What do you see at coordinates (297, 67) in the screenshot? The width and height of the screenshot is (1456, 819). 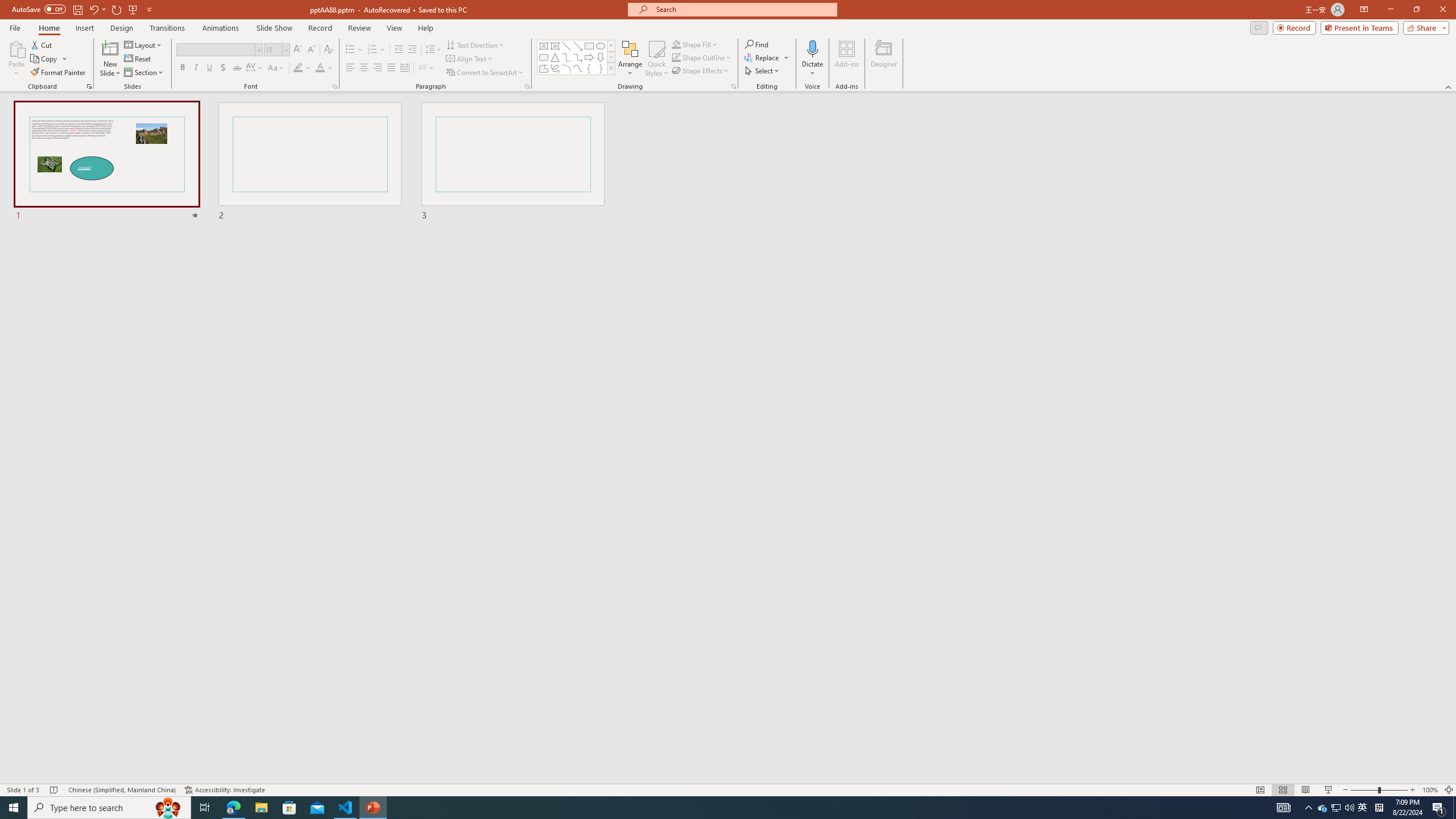 I see `'Text Highlight Color Yellow'` at bounding box center [297, 67].